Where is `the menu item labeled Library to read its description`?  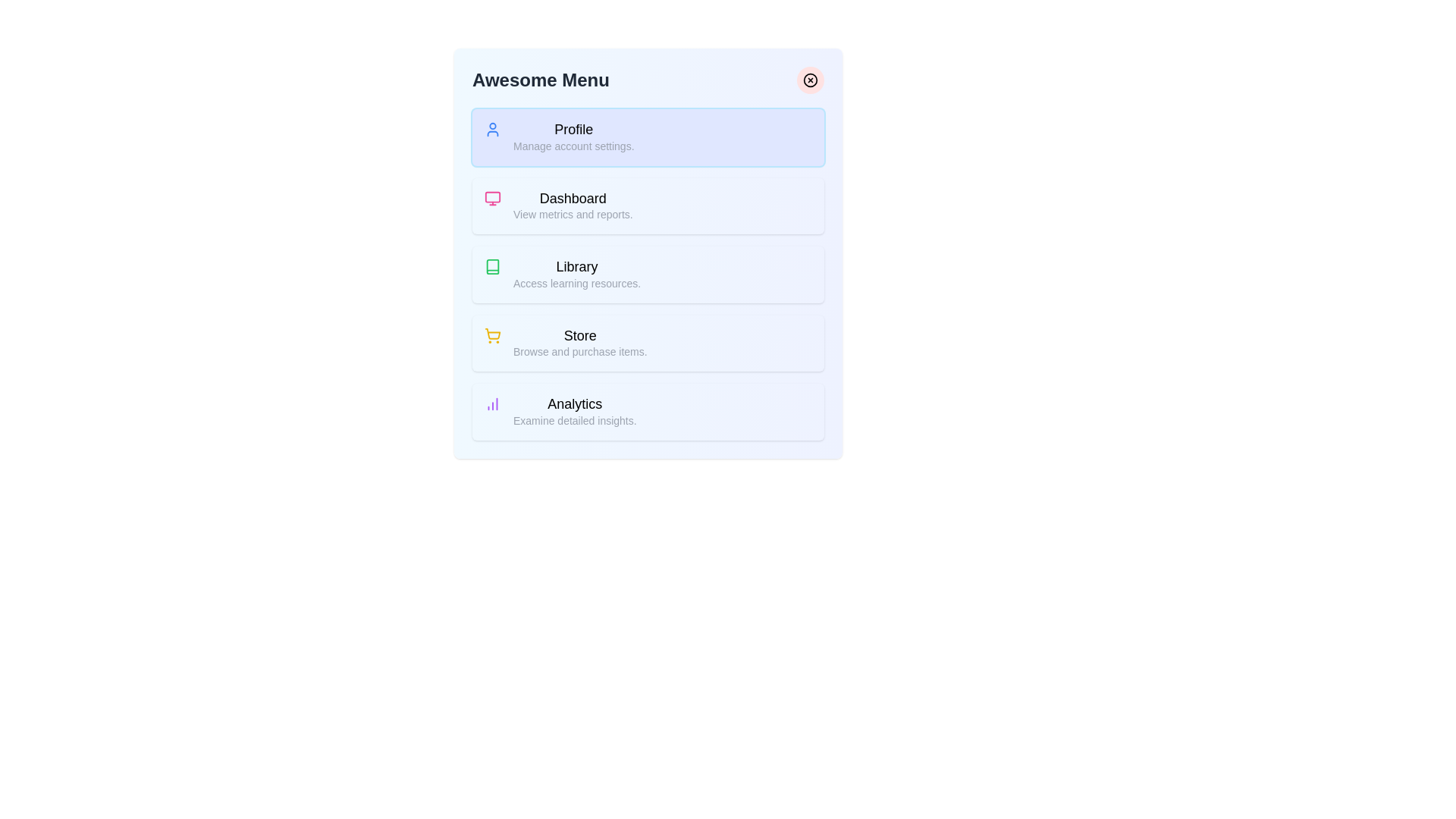 the menu item labeled Library to read its description is located at coordinates (567, 271).